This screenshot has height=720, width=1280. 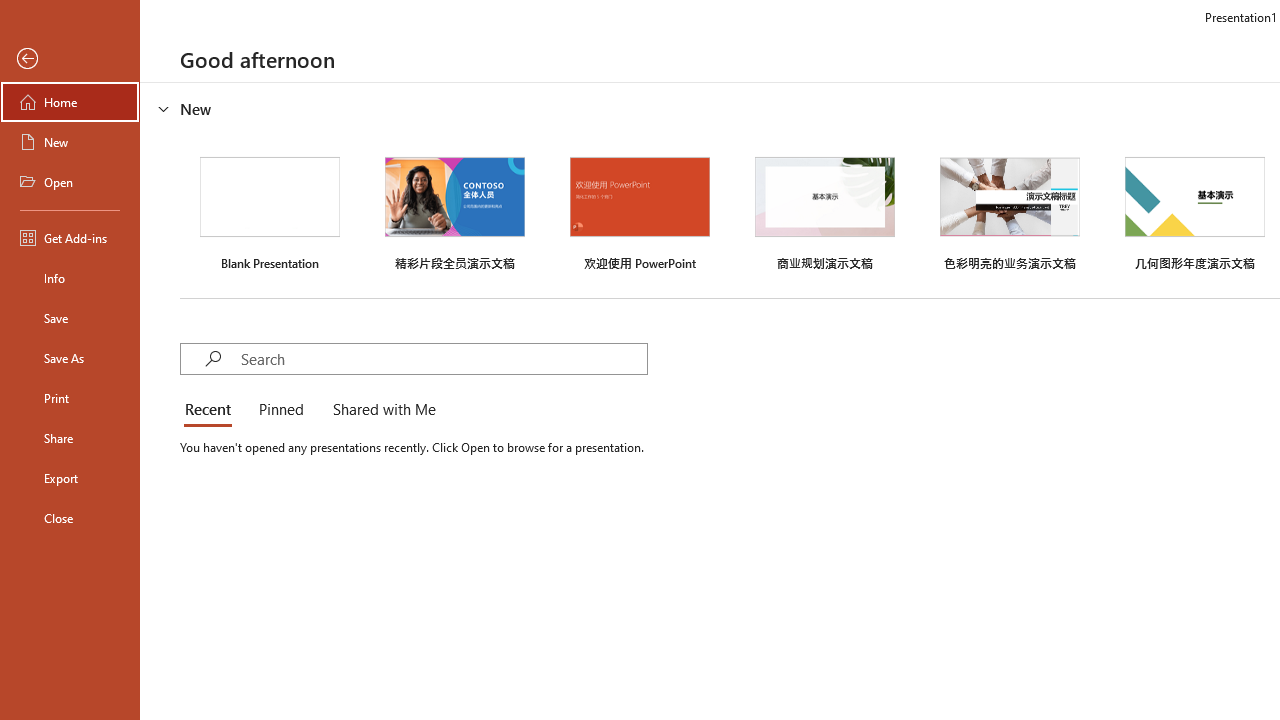 I want to click on 'Blank Presentation', so click(x=269, y=211).